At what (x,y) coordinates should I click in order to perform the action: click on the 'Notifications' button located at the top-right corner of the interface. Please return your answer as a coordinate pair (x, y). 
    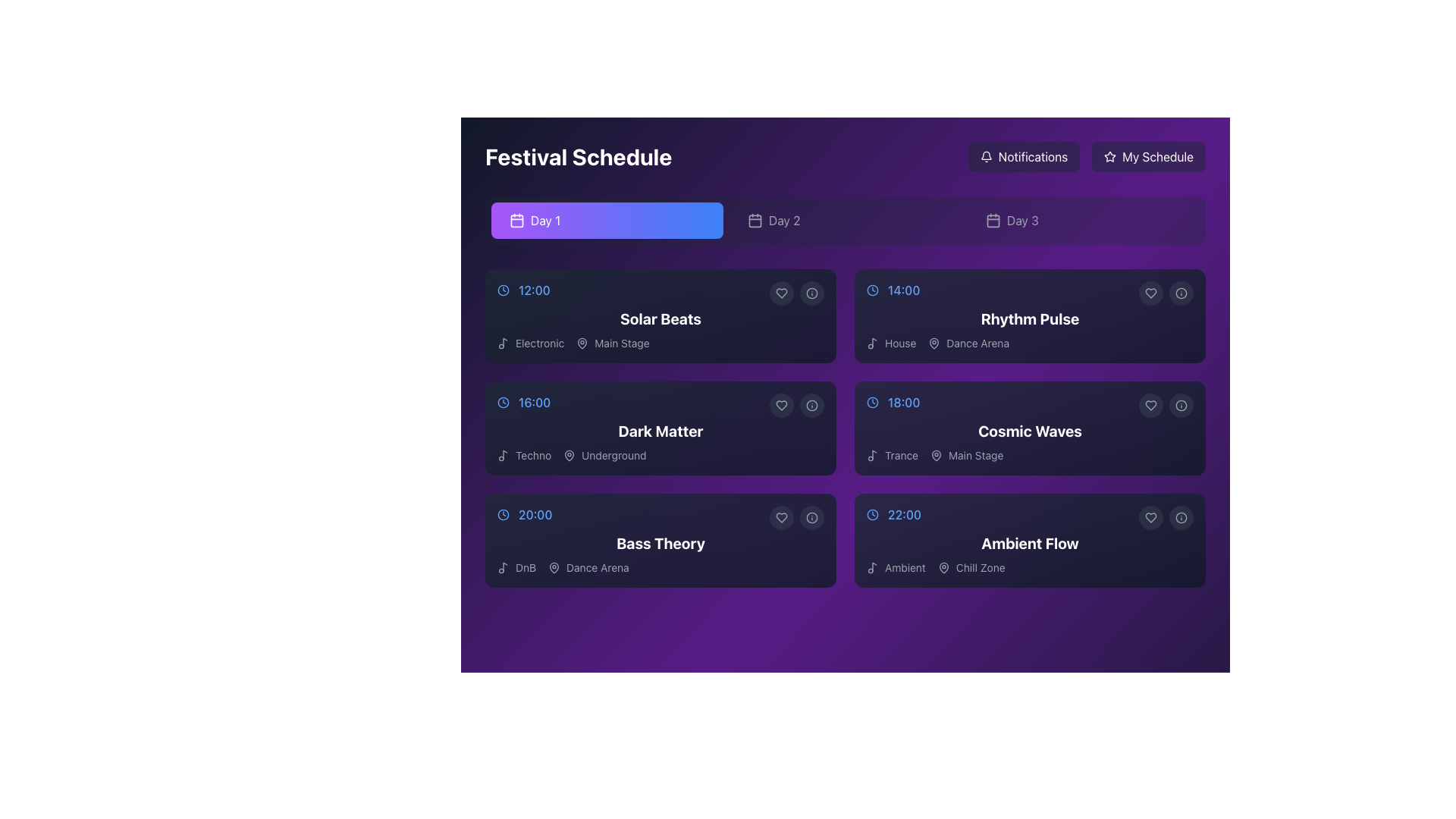
    Looking at the image, I should click on (1024, 157).